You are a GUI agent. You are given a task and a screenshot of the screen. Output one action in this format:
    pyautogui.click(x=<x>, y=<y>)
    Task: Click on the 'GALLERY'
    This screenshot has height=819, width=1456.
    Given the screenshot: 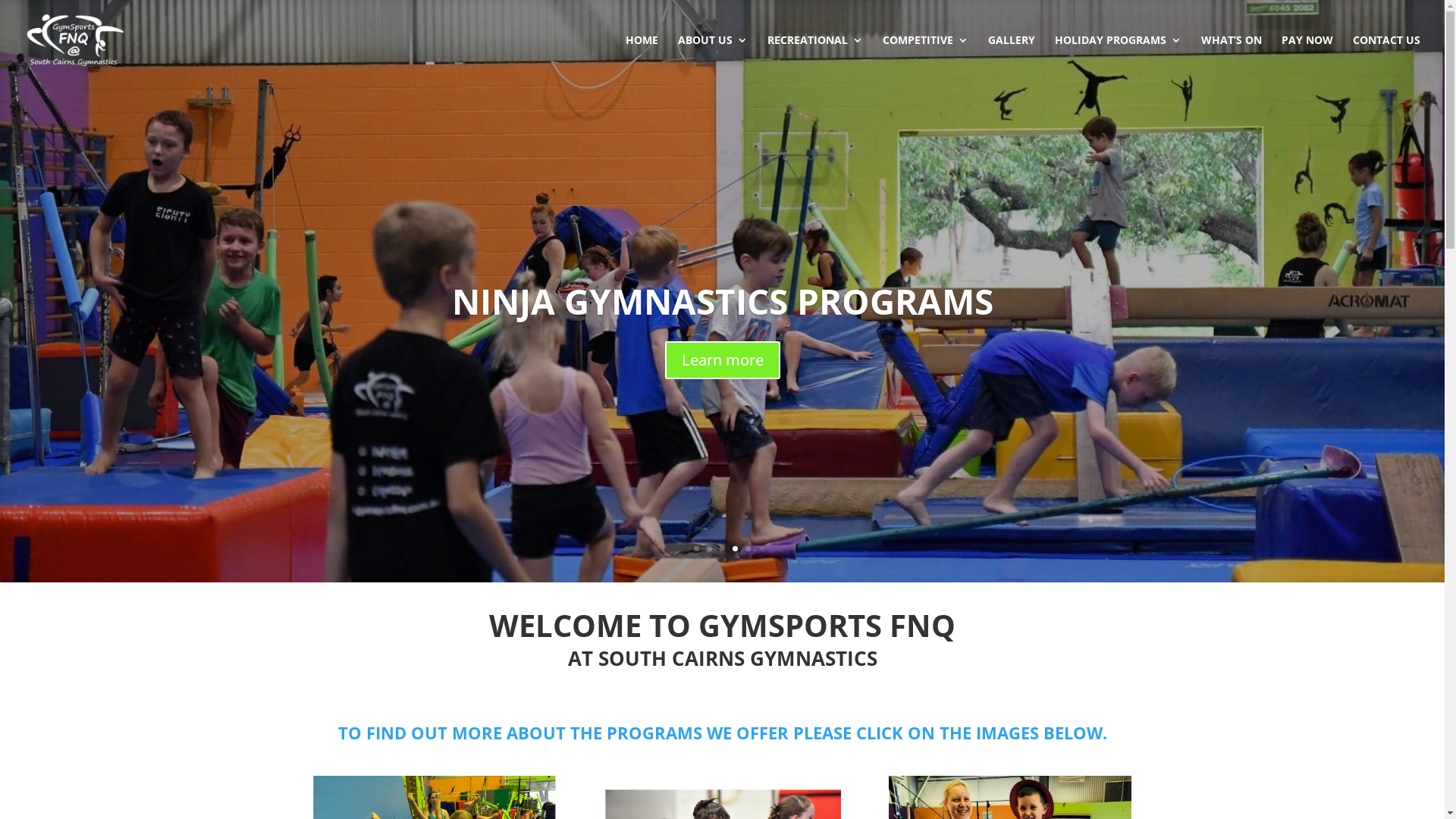 What is the action you would take?
    pyautogui.click(x=1012, y=57)
    